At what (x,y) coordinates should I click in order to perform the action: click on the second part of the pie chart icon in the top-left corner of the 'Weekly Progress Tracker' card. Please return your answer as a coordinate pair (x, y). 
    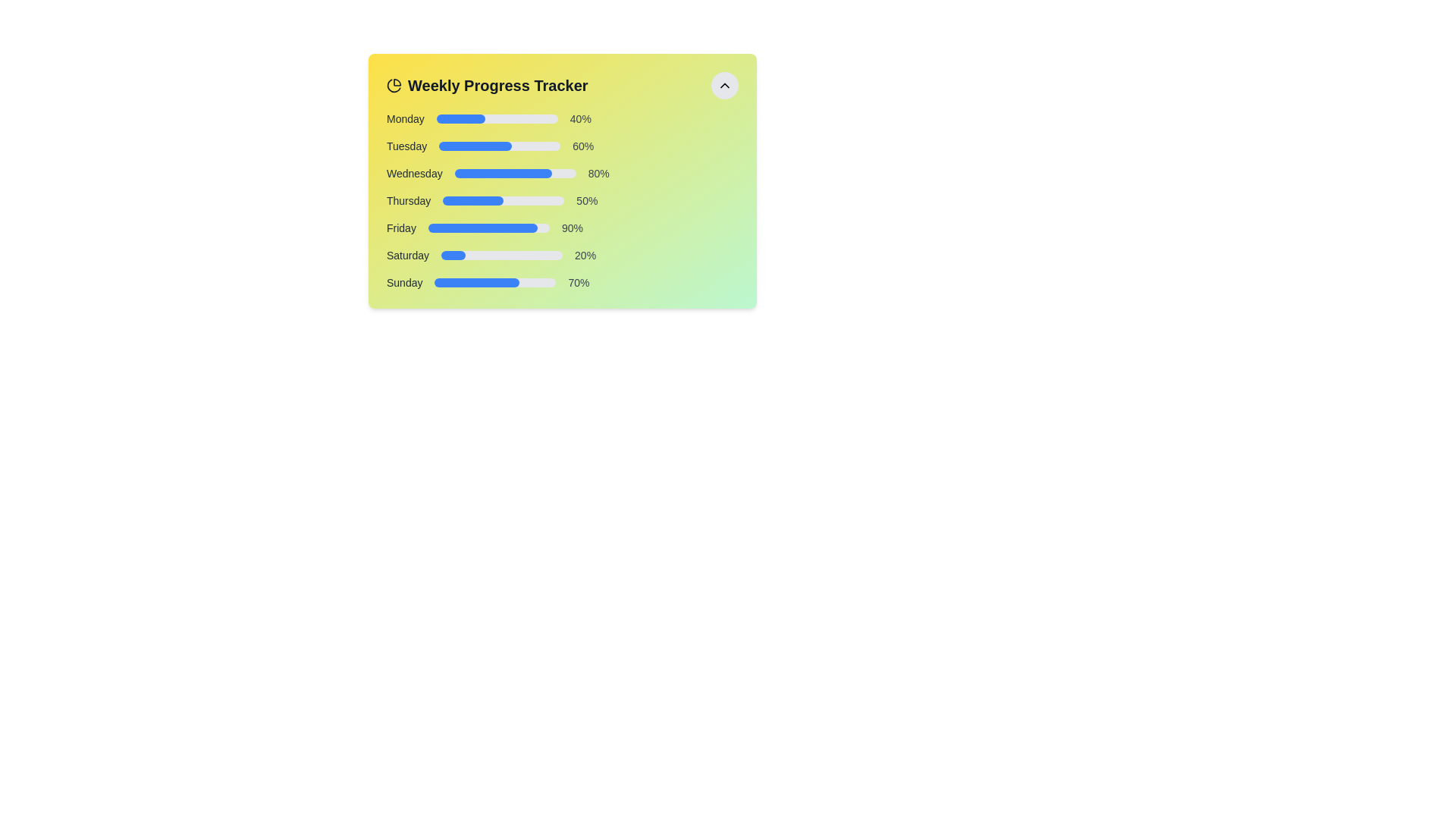
    Looking at the image, I should click on (394, 86).